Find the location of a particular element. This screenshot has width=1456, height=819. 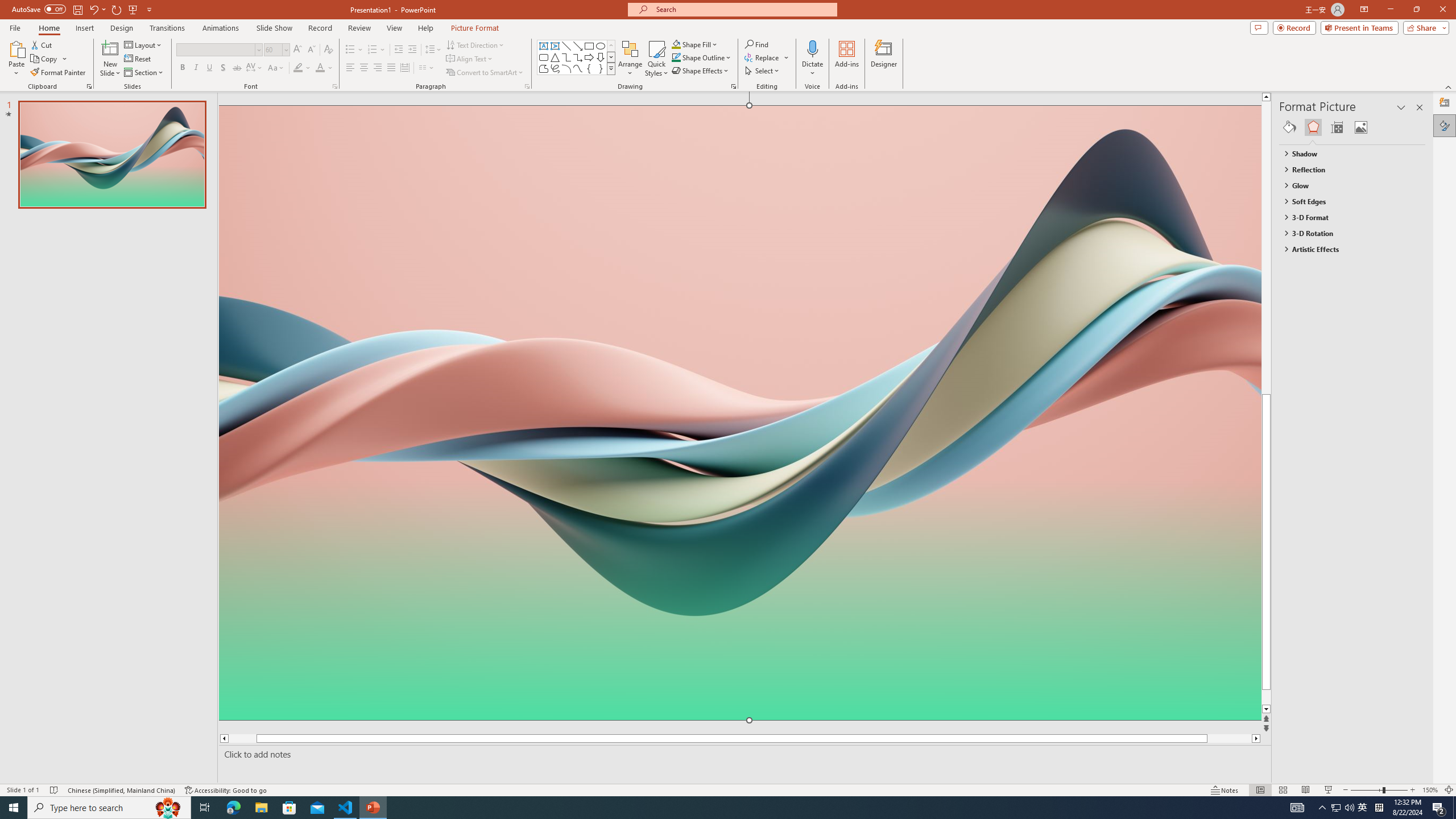

'Present in Teams' is located at coordinates (1359, 27).